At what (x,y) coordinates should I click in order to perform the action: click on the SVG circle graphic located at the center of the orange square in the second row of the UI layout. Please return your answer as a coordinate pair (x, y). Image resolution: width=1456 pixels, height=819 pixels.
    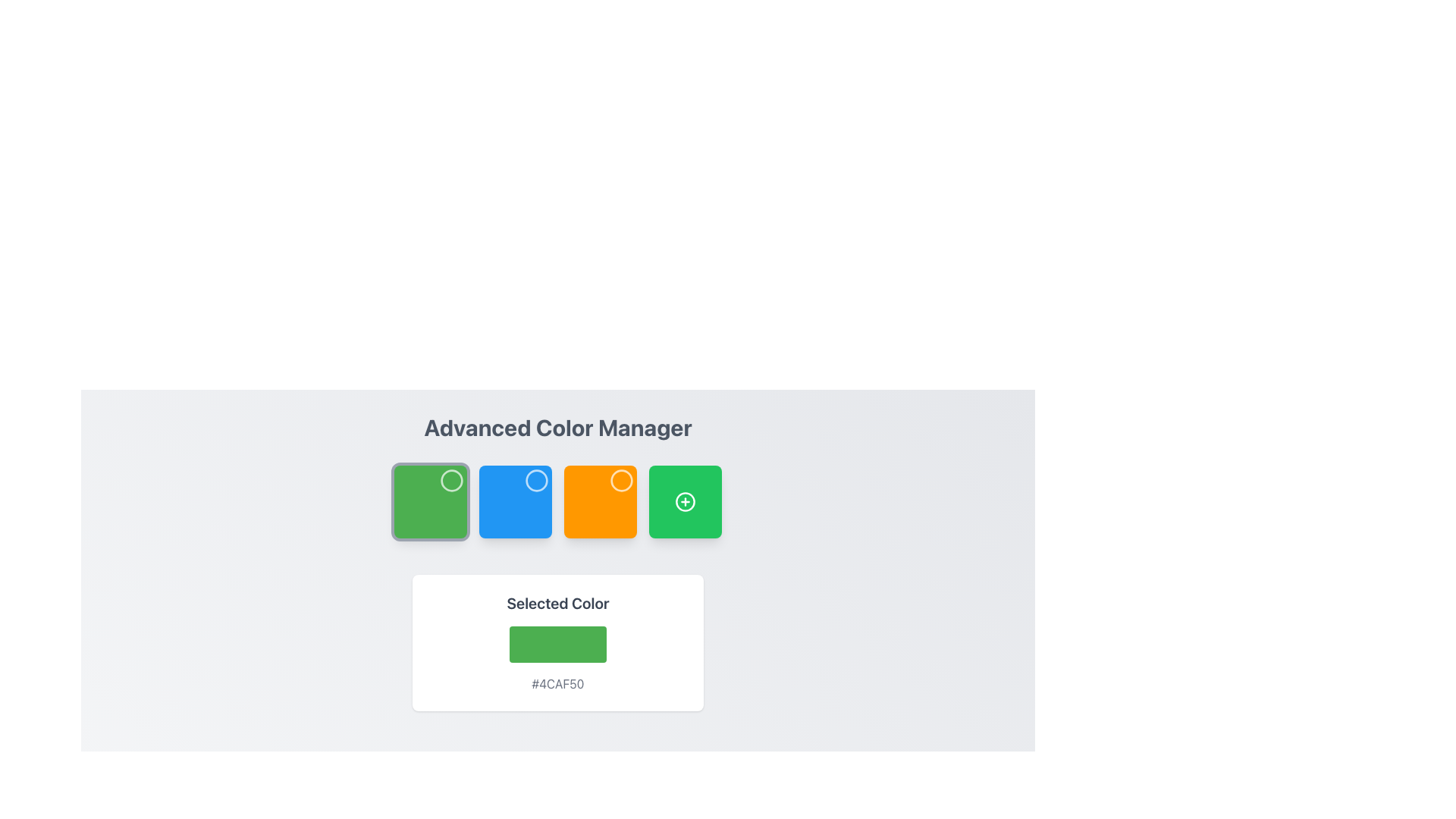
    Looking at the image, I should click on (622, 480).